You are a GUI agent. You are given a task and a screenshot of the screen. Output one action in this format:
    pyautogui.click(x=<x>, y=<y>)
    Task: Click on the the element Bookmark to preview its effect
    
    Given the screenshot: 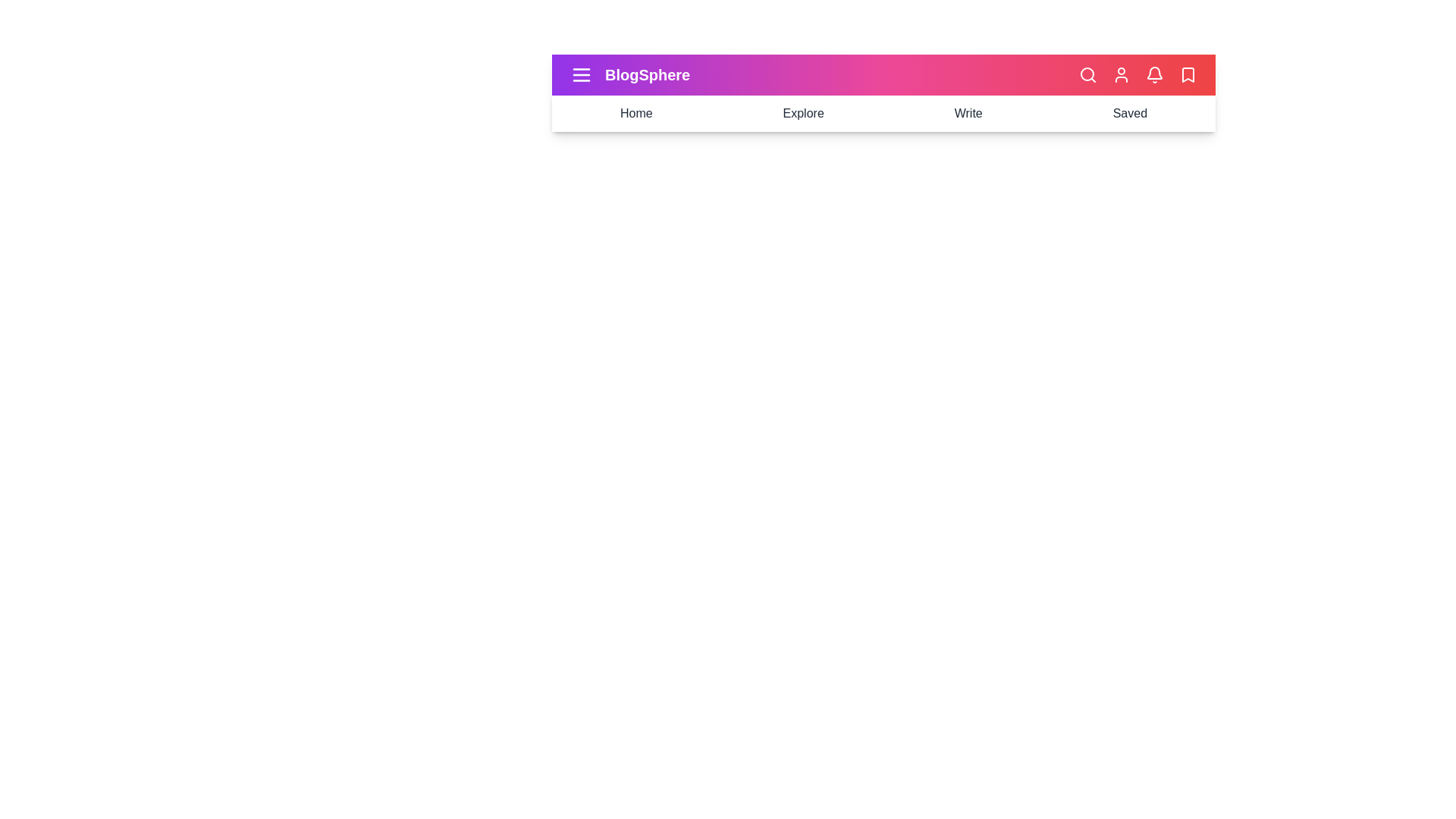 What is the action you would take?
    pyautogui.click(x=1187, y=75)
    